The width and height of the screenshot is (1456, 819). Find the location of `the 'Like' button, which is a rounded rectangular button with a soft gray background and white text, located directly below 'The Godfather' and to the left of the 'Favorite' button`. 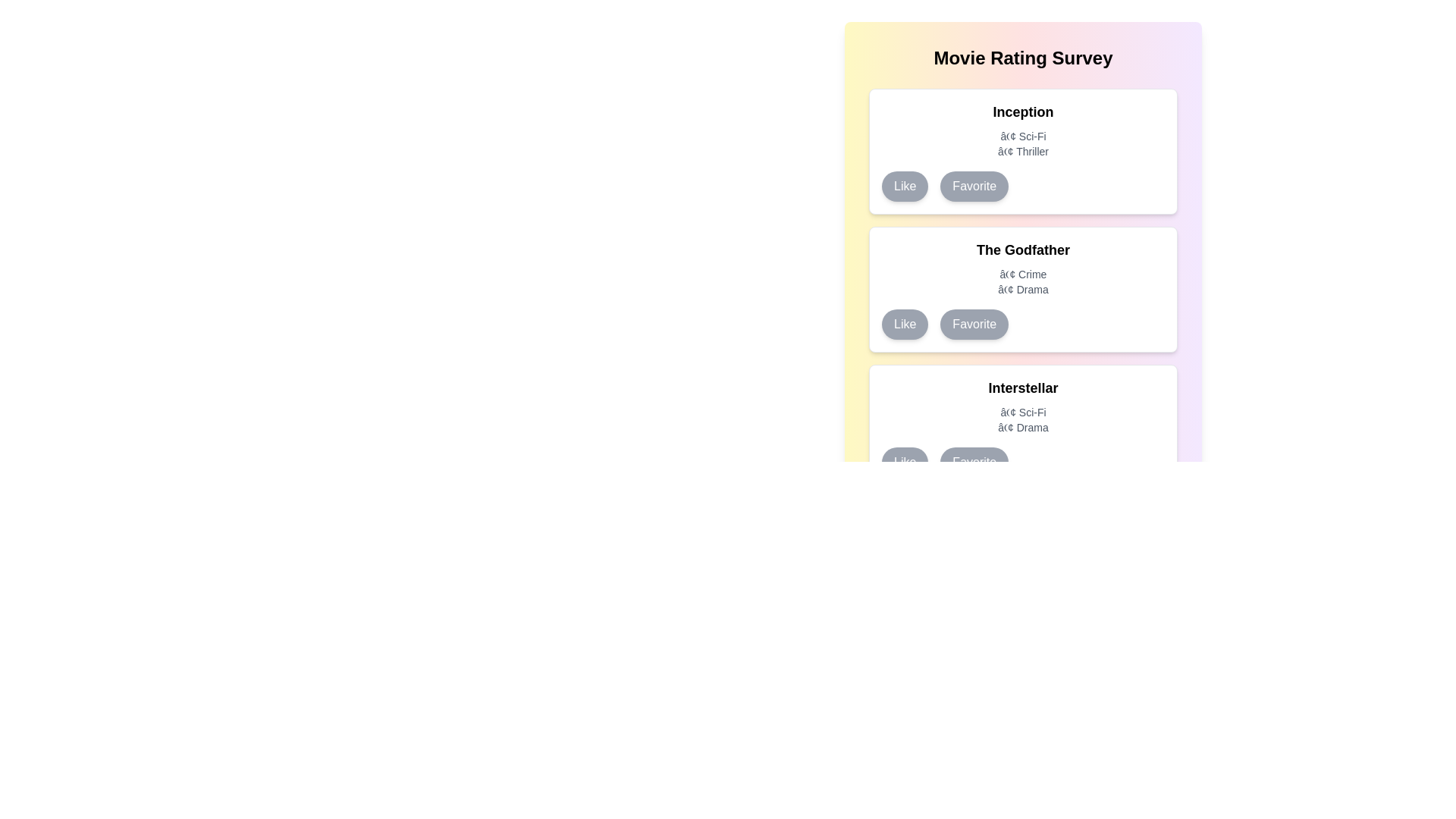

the 'Like' button, which is a rounded rectangular button with a soft gray background and white text, located directly below 'The Godfather' and to the left of the 'Favorite' button is located at coordinates (905, 324).